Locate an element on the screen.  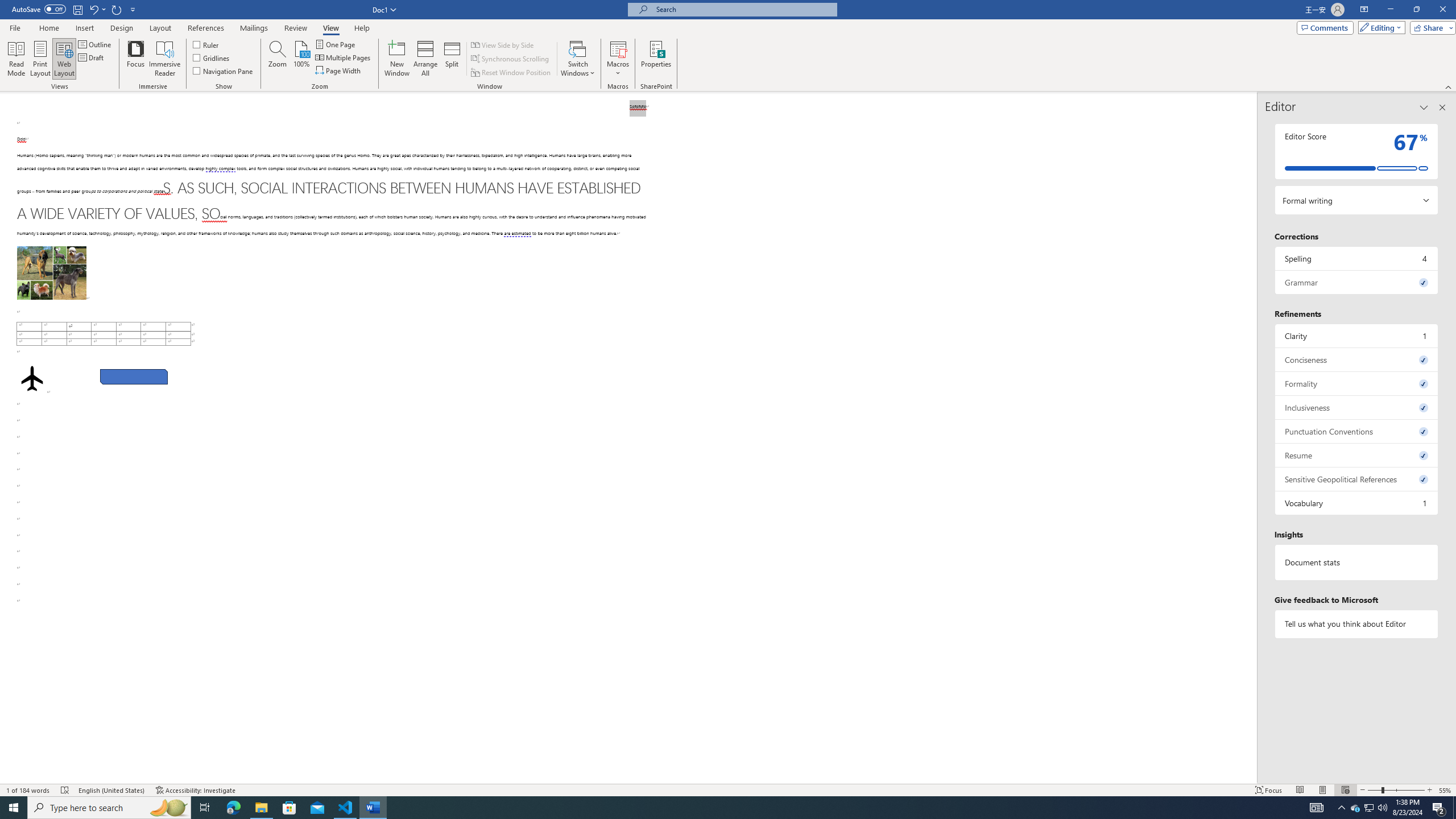
'Arrange All' is located at coordinates (425, 59).